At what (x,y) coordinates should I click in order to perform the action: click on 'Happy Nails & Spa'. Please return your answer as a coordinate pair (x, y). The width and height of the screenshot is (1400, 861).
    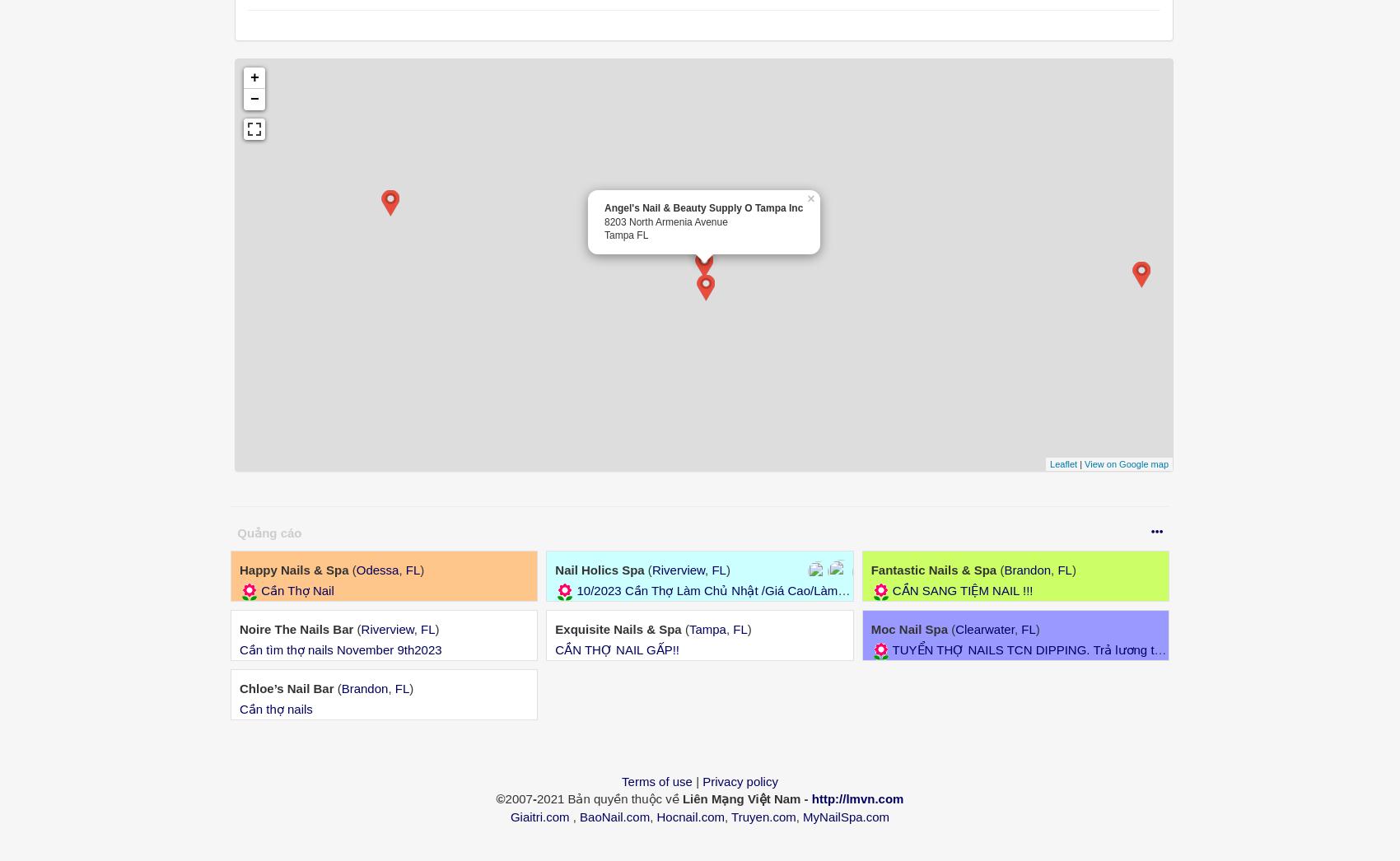
    Looking at the image, I should click on (293, 569).